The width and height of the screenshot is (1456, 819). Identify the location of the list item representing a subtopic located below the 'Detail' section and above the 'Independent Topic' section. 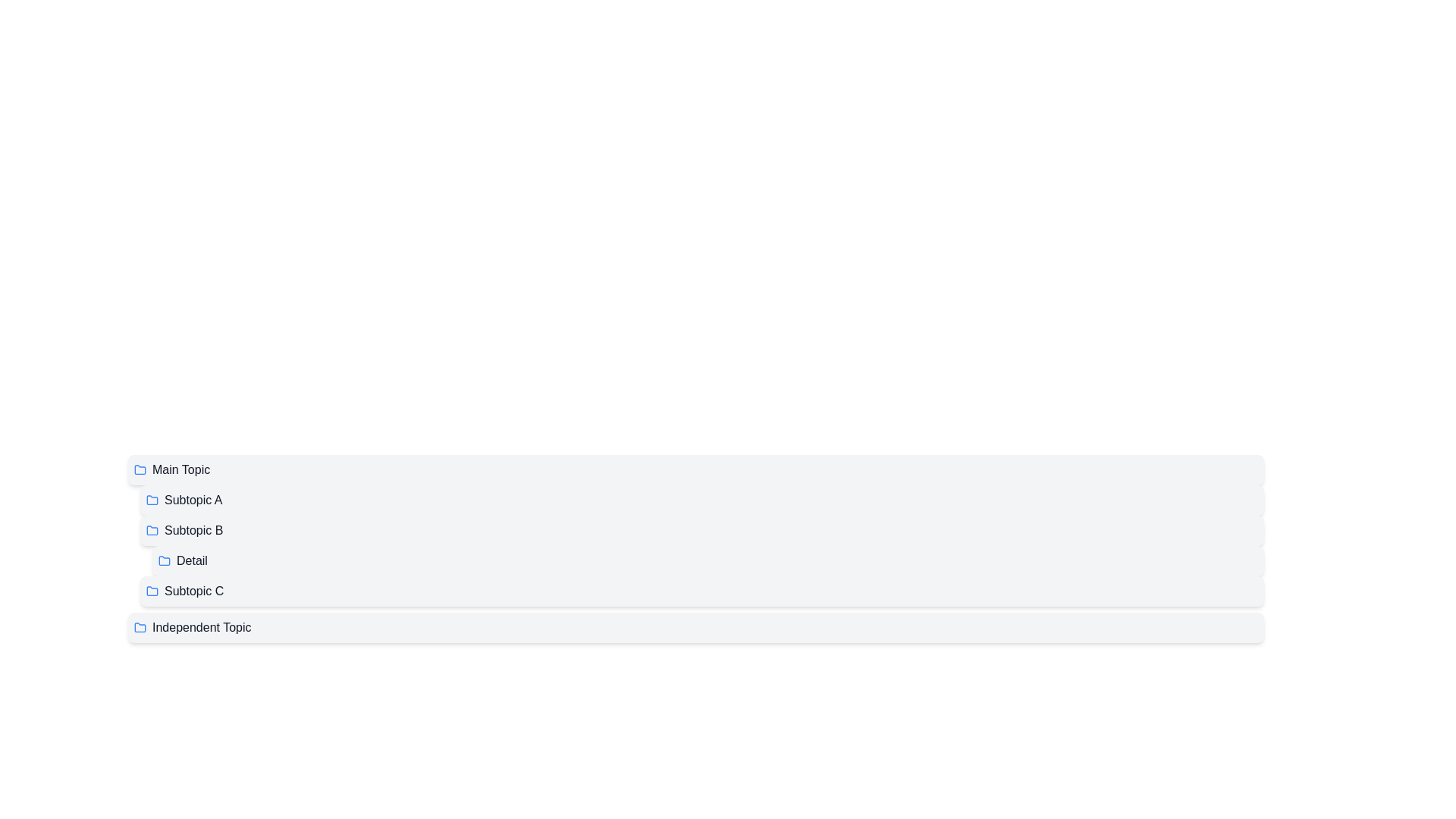
(695, 590).